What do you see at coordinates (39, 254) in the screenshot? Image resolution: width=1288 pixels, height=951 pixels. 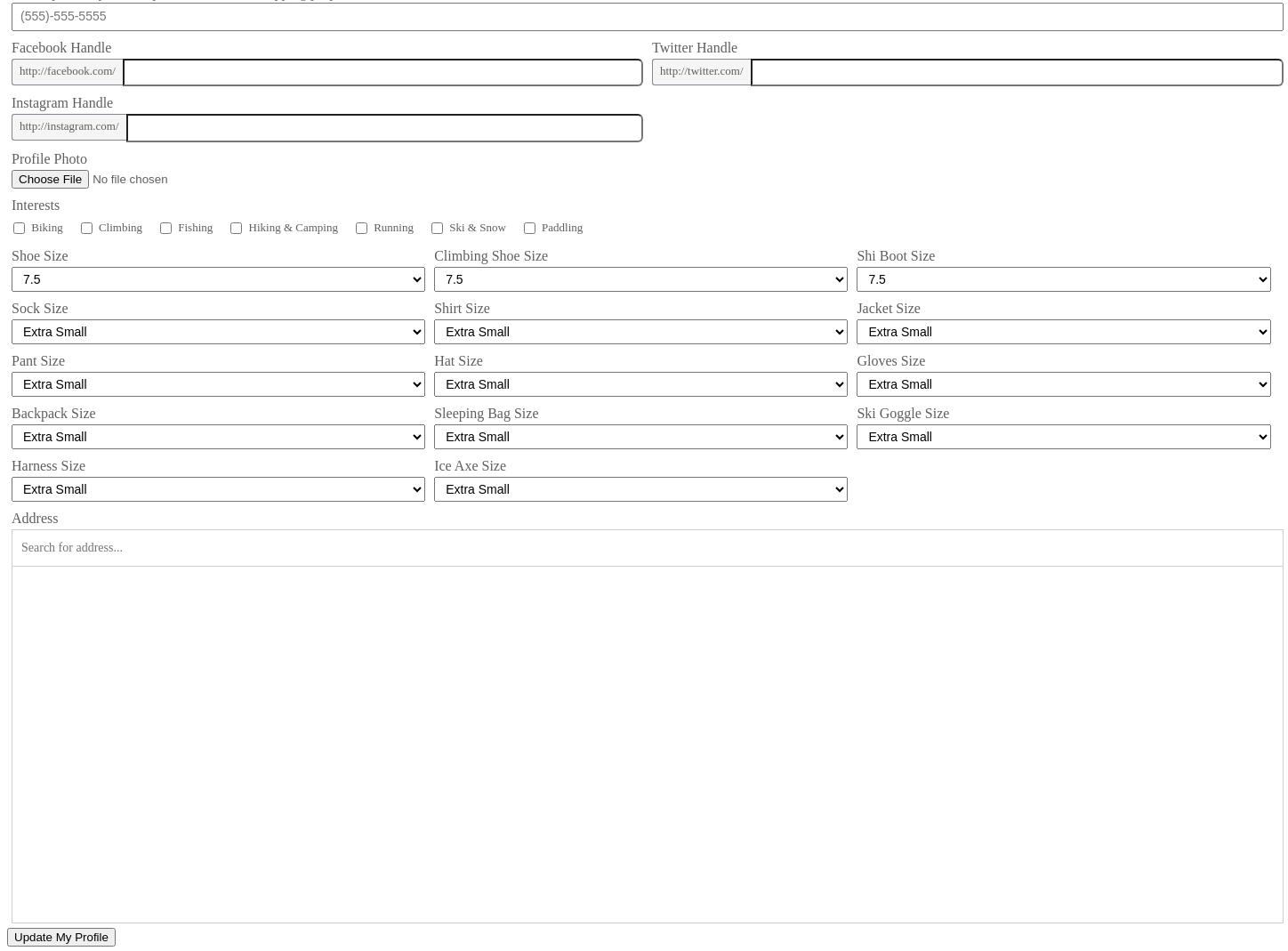 I see `'Shoe Size'` at bounding box center [39, 254].